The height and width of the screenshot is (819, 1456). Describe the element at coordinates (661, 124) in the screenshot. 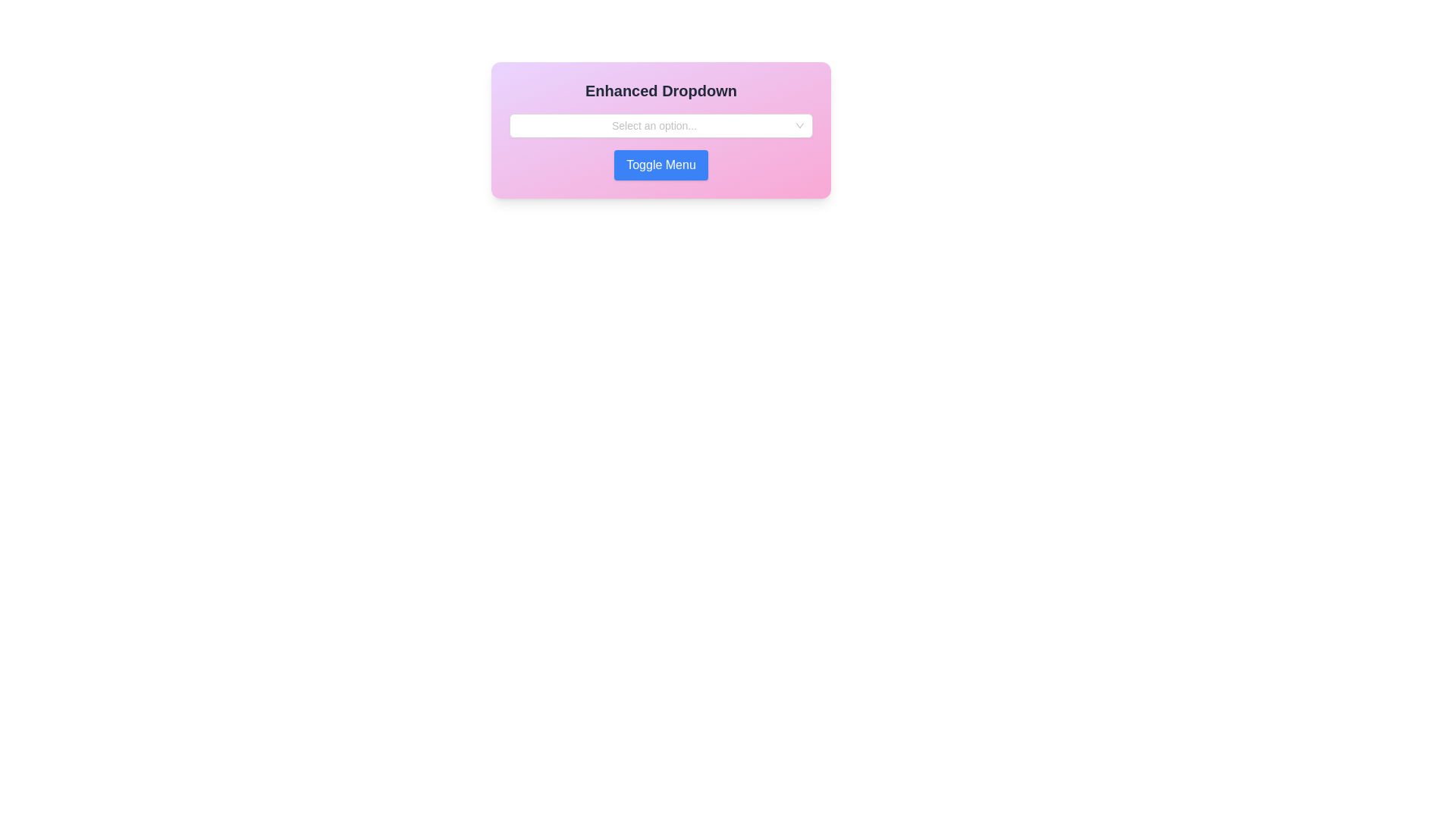

I see `the 'Enhanced Dropdown' menu for keyboard navigation by clicking on its center point` at that location.